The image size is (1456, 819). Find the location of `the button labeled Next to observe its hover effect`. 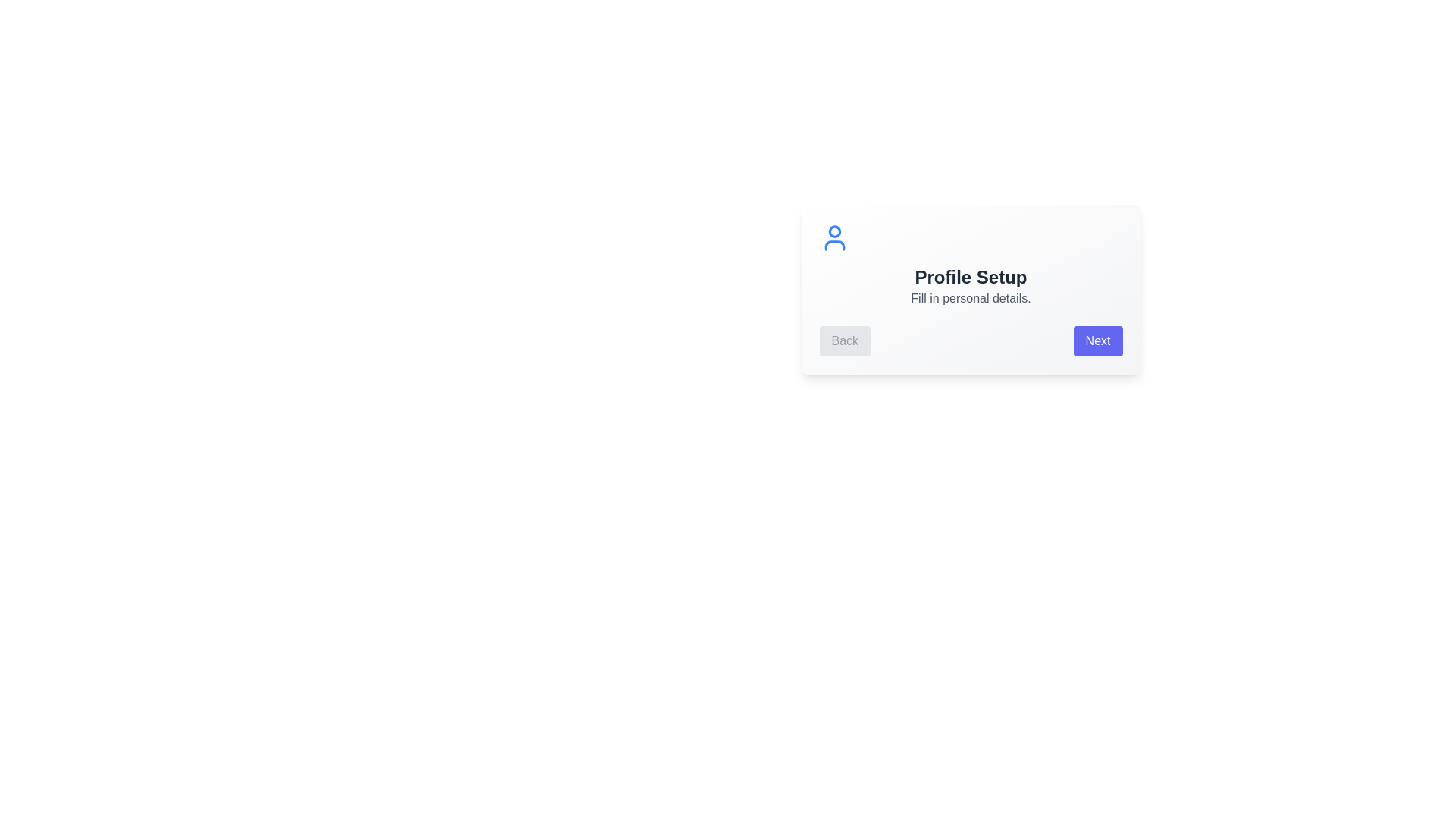

the button labeled Next to observe its hover effect is located at coordinates (1098, 341).